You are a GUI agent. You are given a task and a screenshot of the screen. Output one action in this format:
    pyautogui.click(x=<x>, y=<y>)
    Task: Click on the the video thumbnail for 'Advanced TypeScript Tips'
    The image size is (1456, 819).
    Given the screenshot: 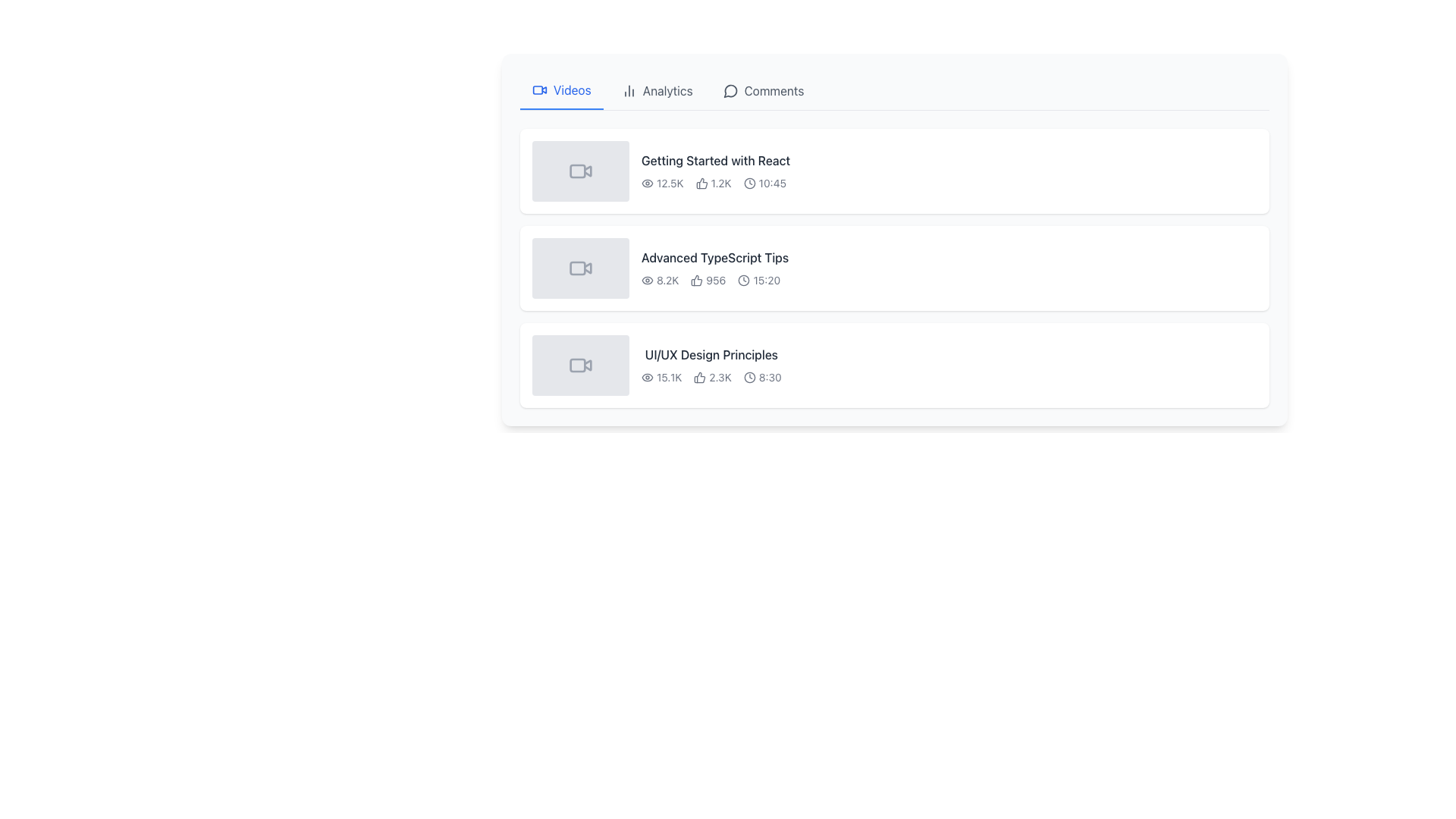 What is the action you would take?
    pyautogui.click(x=580, y=268)
    